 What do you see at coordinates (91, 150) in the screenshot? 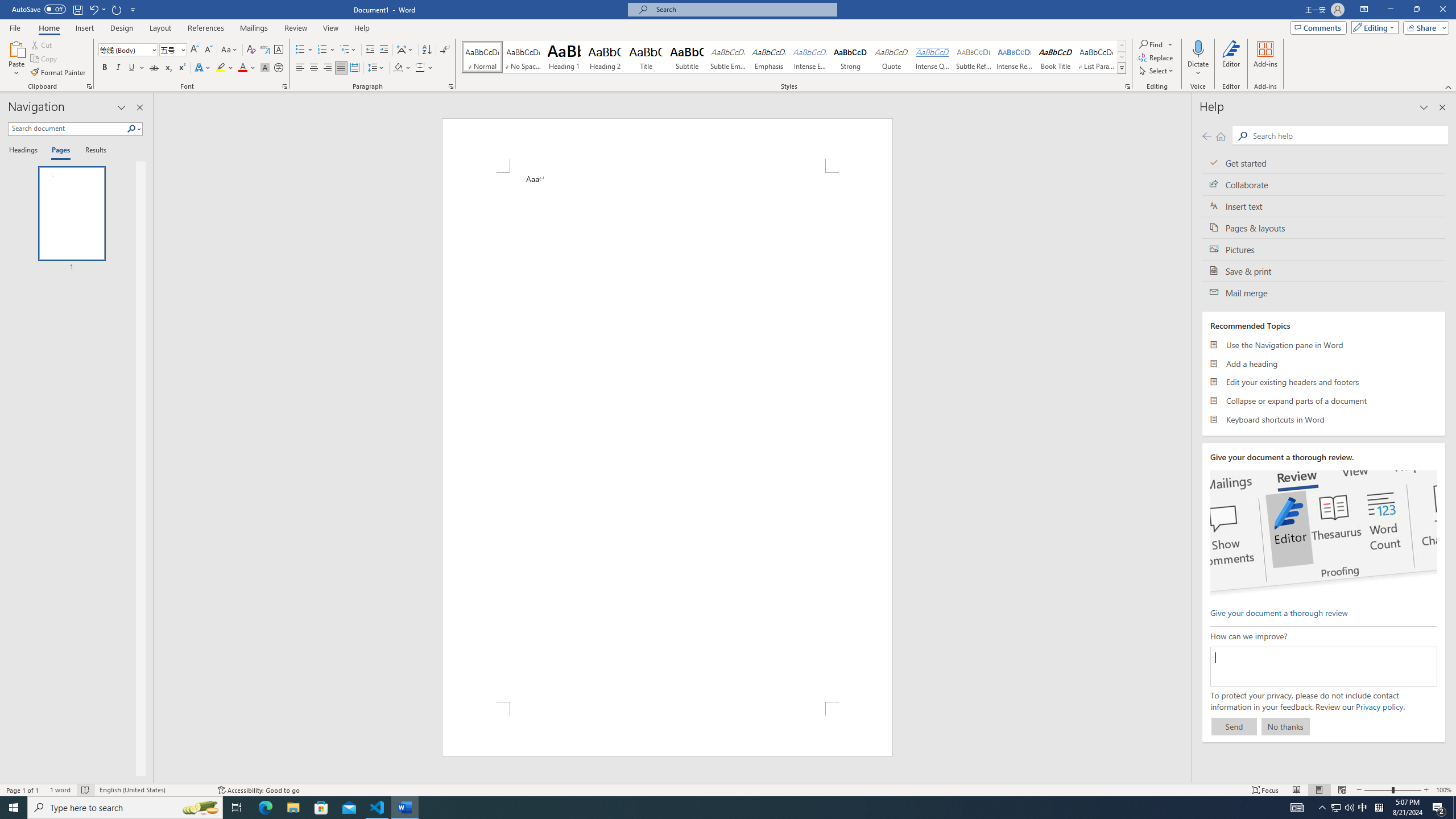
I see `'Results'` at bounding box center [91, 150].